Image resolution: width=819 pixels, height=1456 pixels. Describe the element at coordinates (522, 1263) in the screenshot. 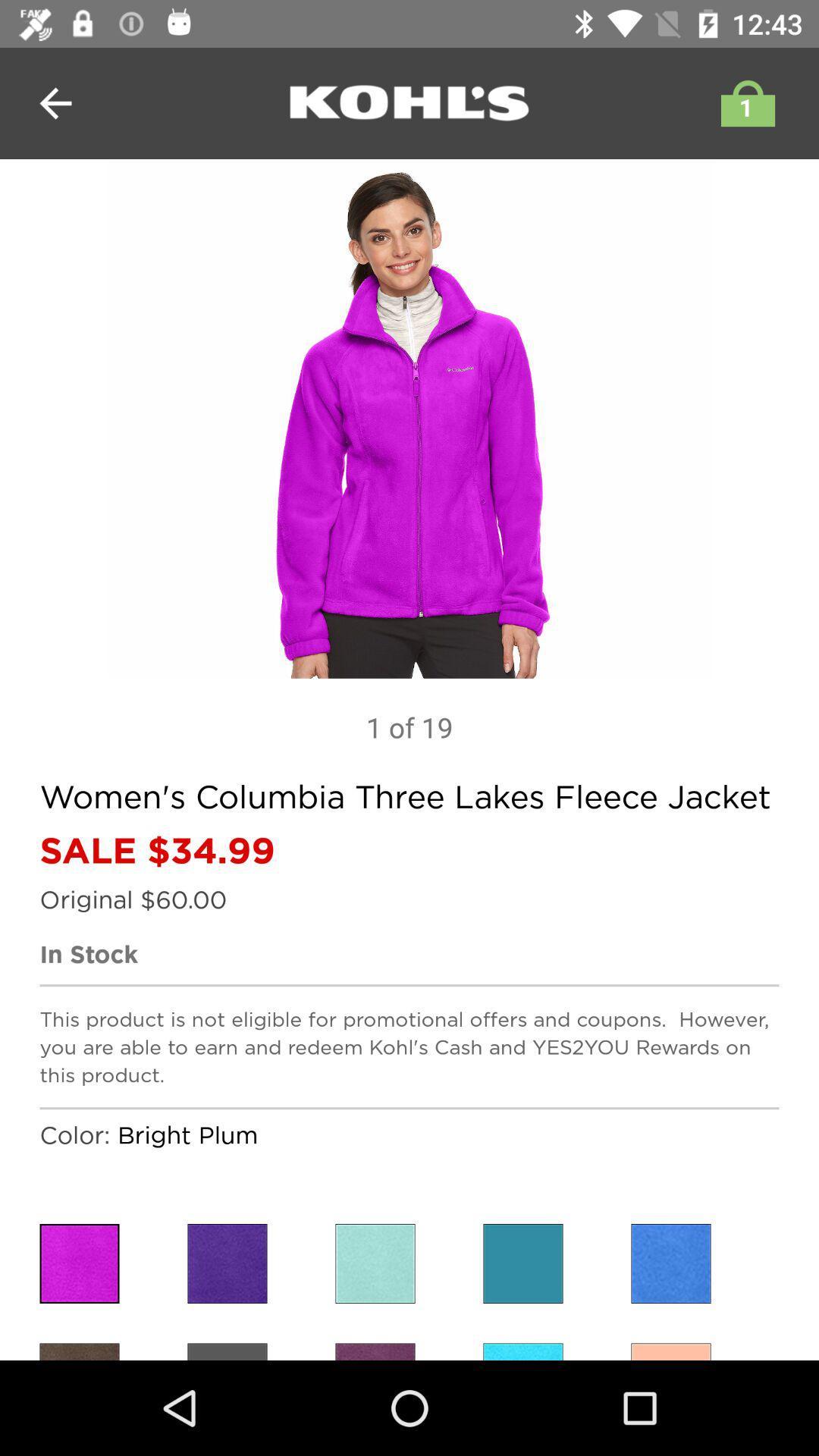

I see `selection for a different color jacket` at that location.